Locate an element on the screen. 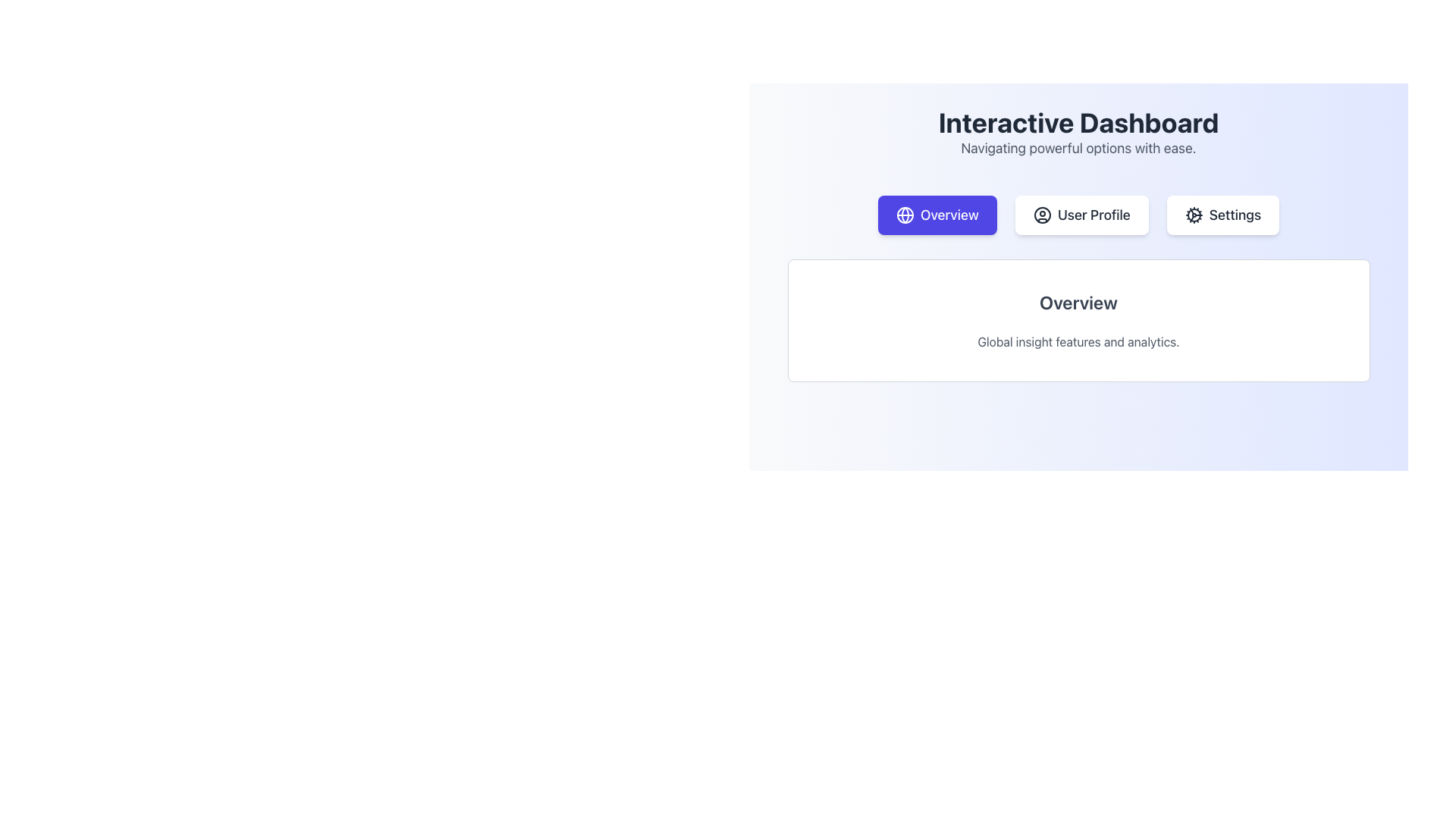 The width and height of the screenshot is (1456, 819). text content of the Header element titled 'Interactive Dashboard' with the subtitle 'Navigating powerful options with ease.' is located at coordinates (1078, 133).